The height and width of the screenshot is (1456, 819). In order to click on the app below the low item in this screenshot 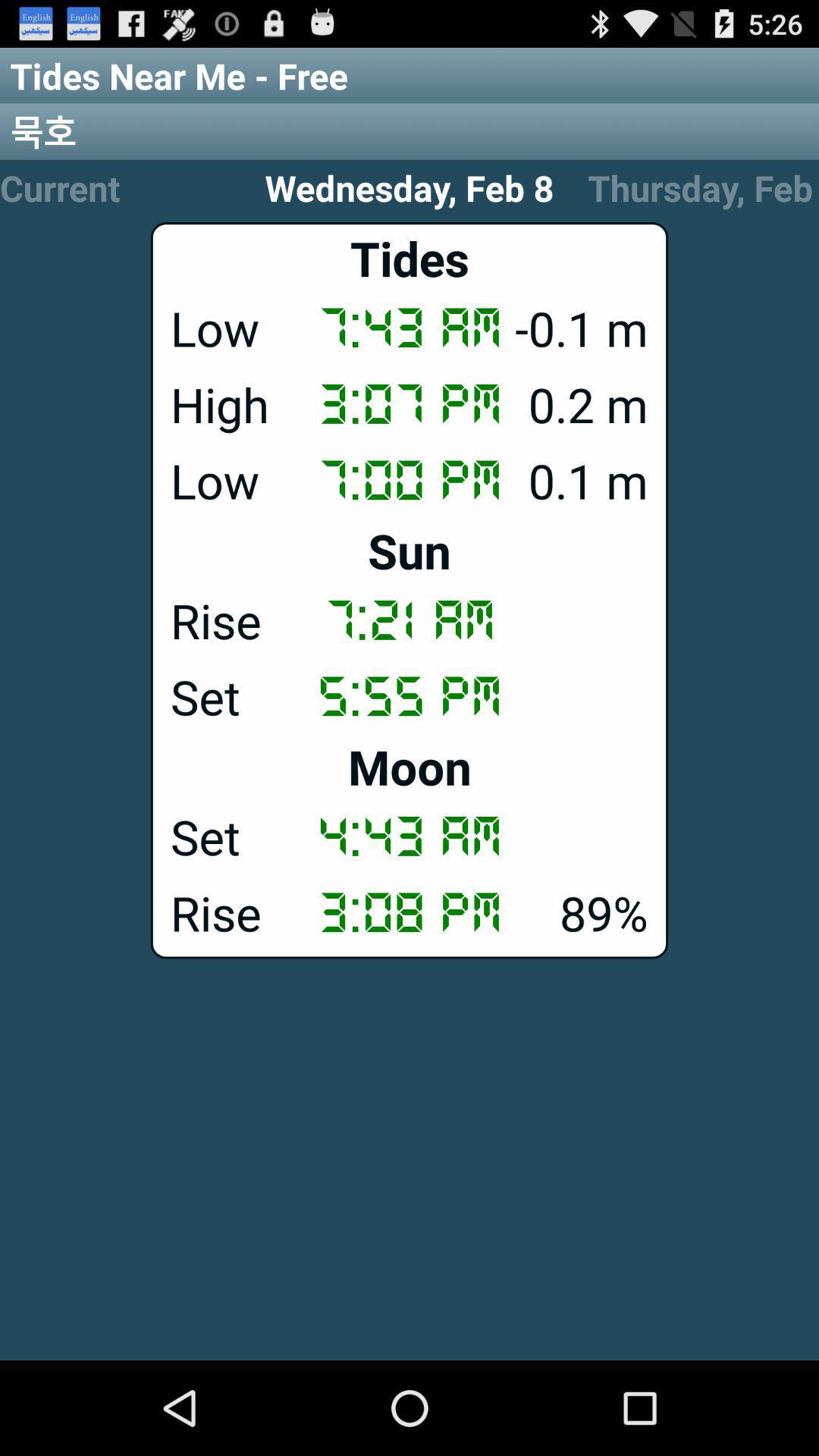, I will do `click(409, 549)`.